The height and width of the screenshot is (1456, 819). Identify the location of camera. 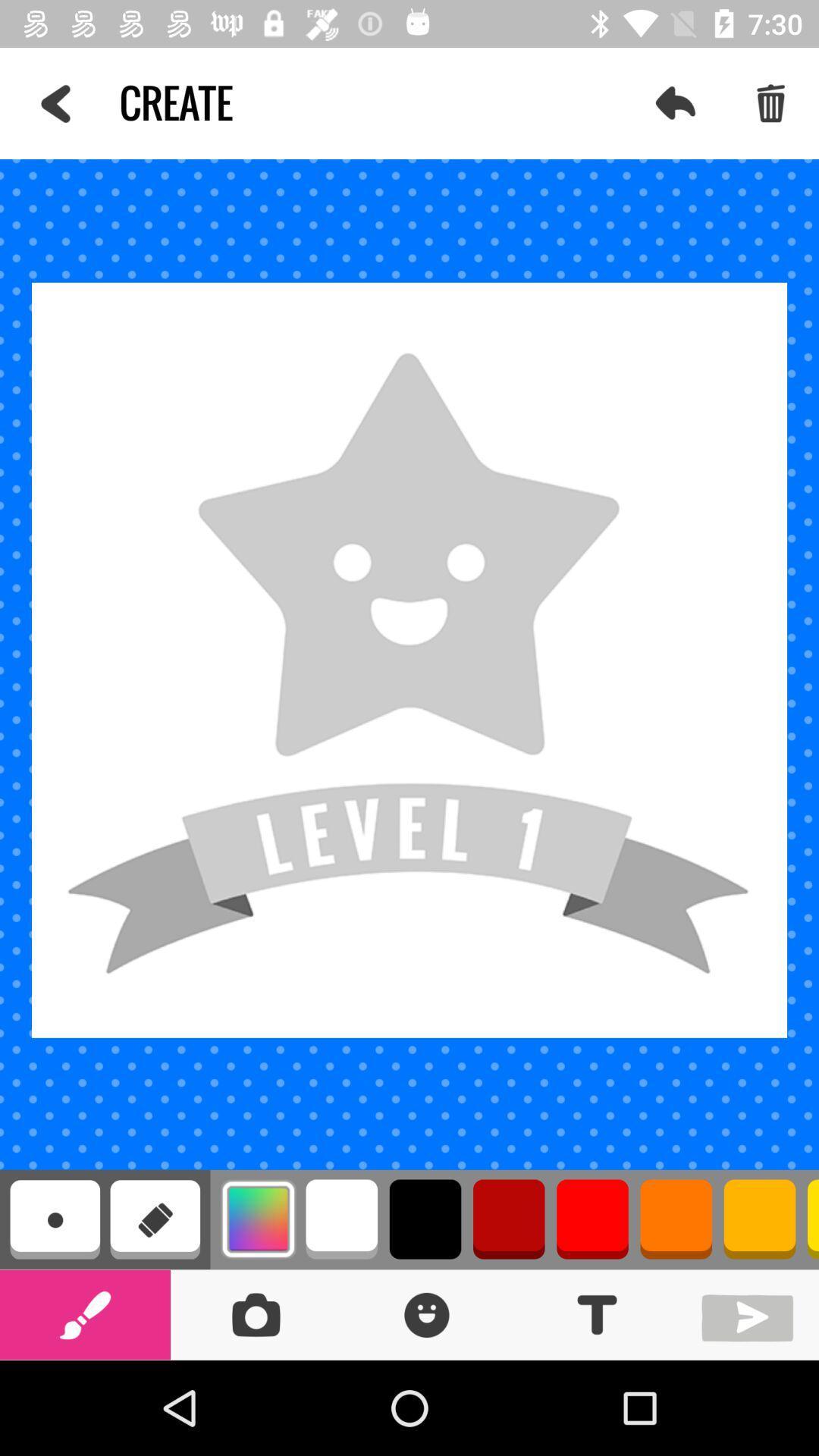
(255, 1313).